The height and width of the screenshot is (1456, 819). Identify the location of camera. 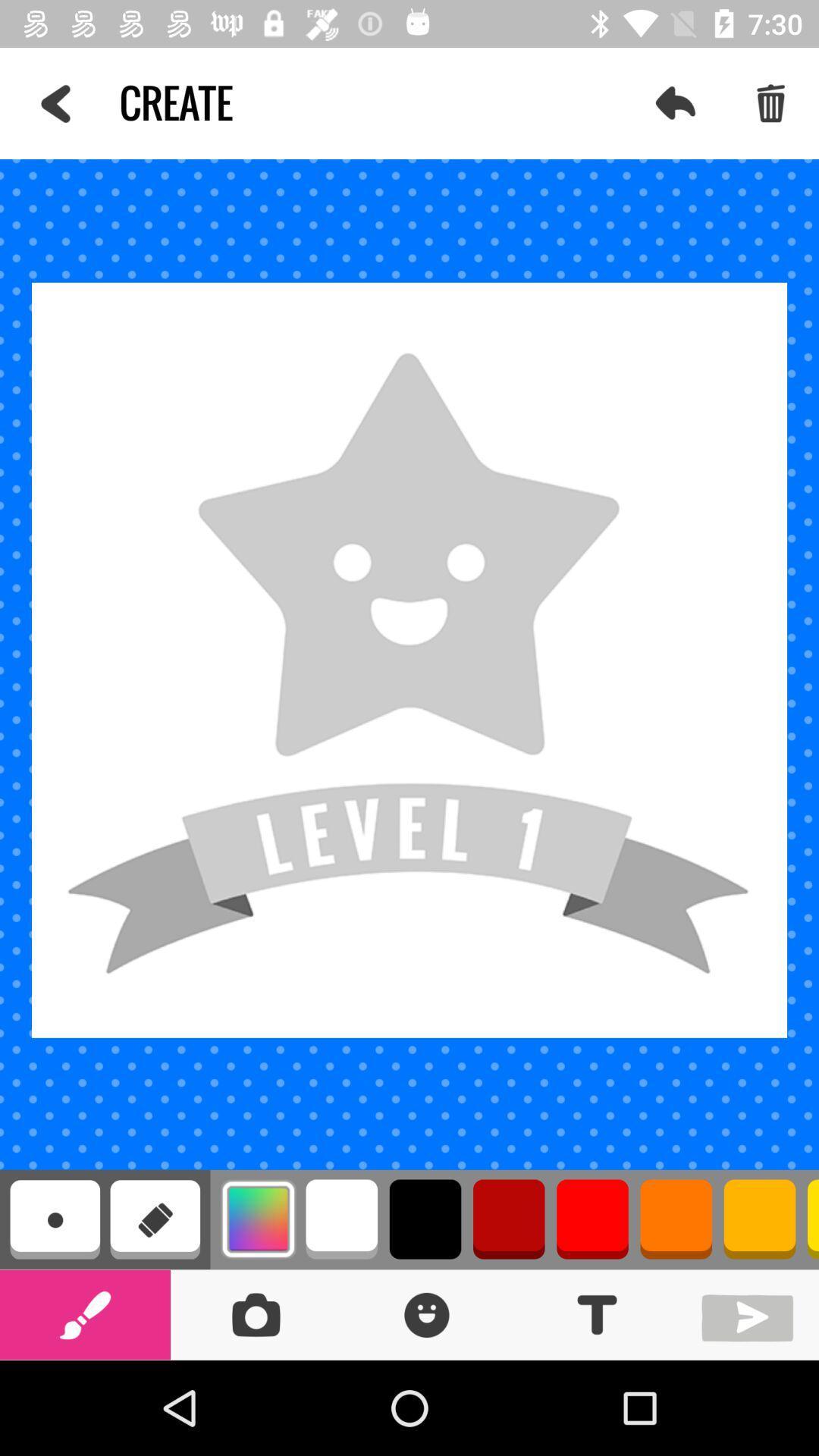
(255, 1313).